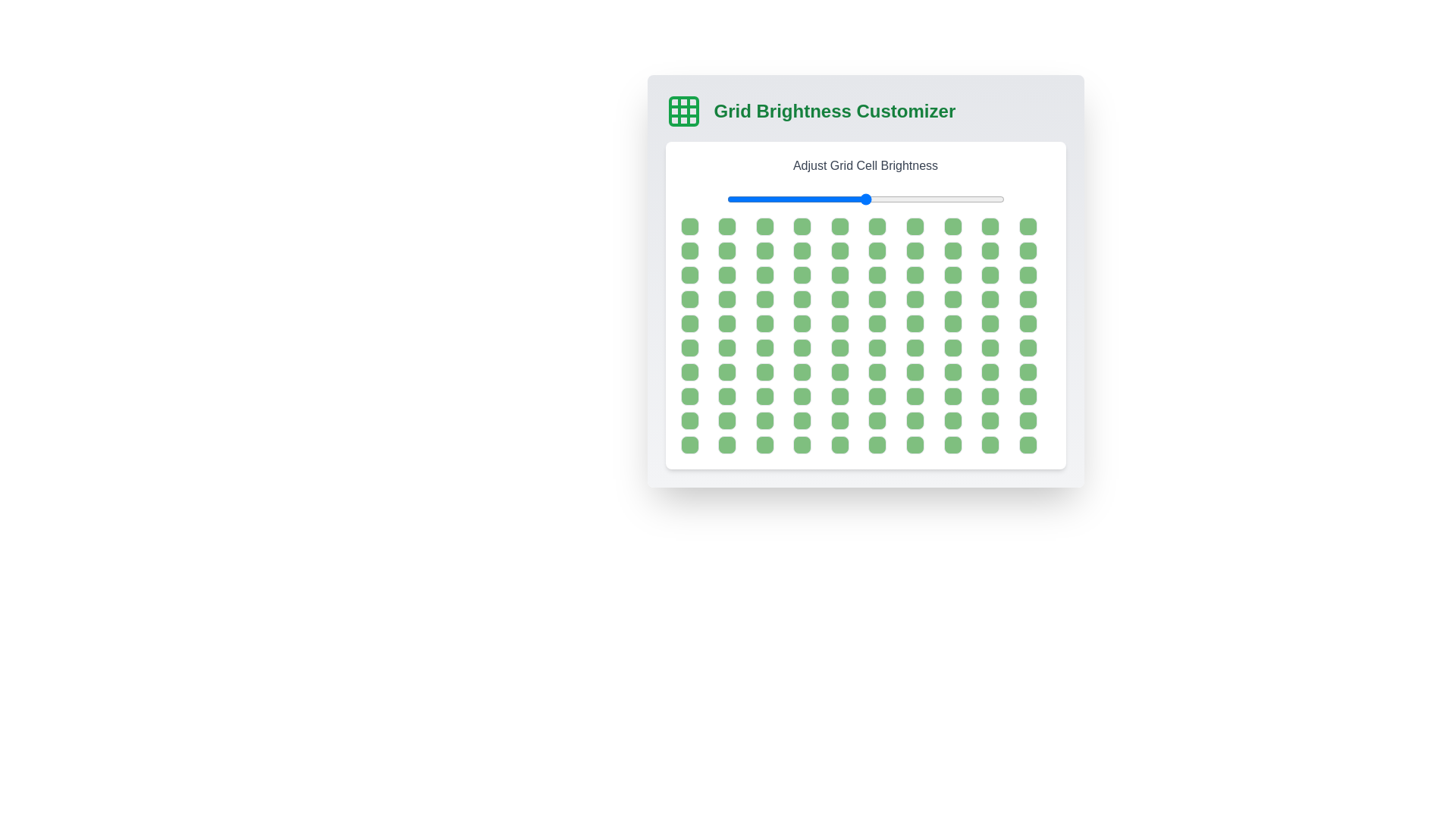 Image resolution: width=1456 pixels, height=819 pixels. What do you see at coordinates (814, 198) in the screenshot?
I see `the brightness slider to 32%` at bounding box center [814, 198].